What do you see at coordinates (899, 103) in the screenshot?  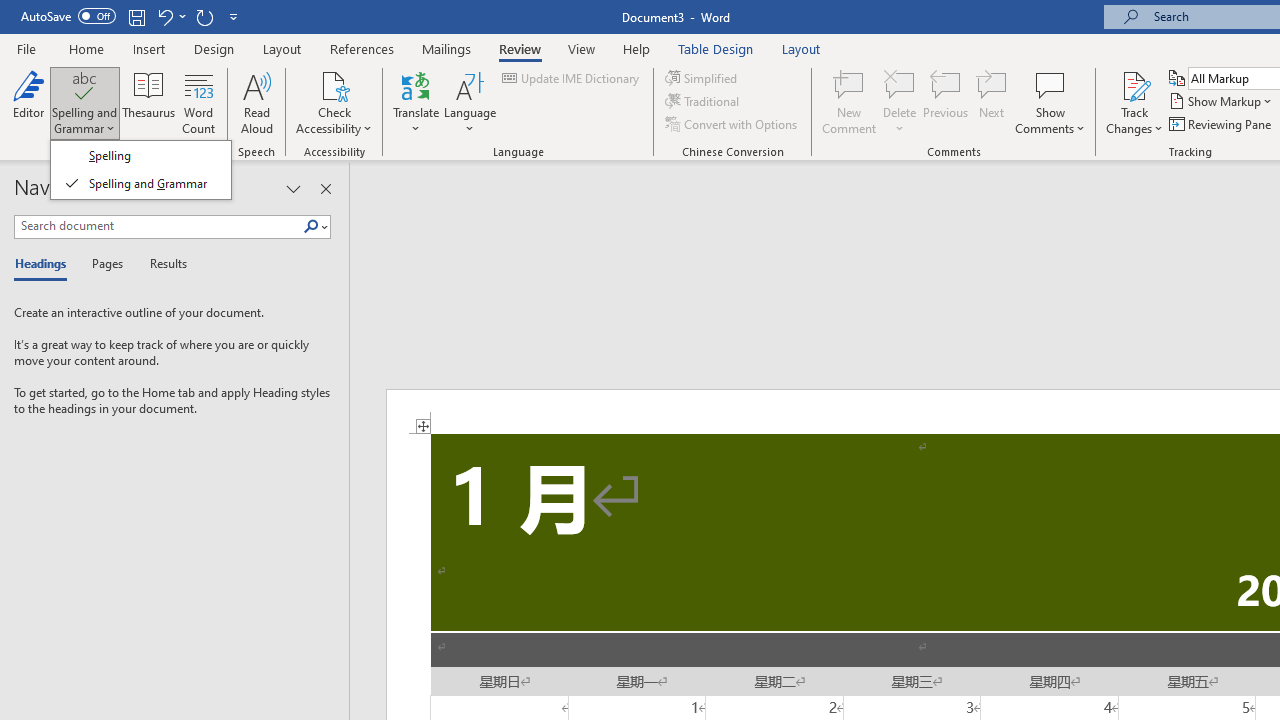 I see `'Delete'` at bounding box center [899, 103].